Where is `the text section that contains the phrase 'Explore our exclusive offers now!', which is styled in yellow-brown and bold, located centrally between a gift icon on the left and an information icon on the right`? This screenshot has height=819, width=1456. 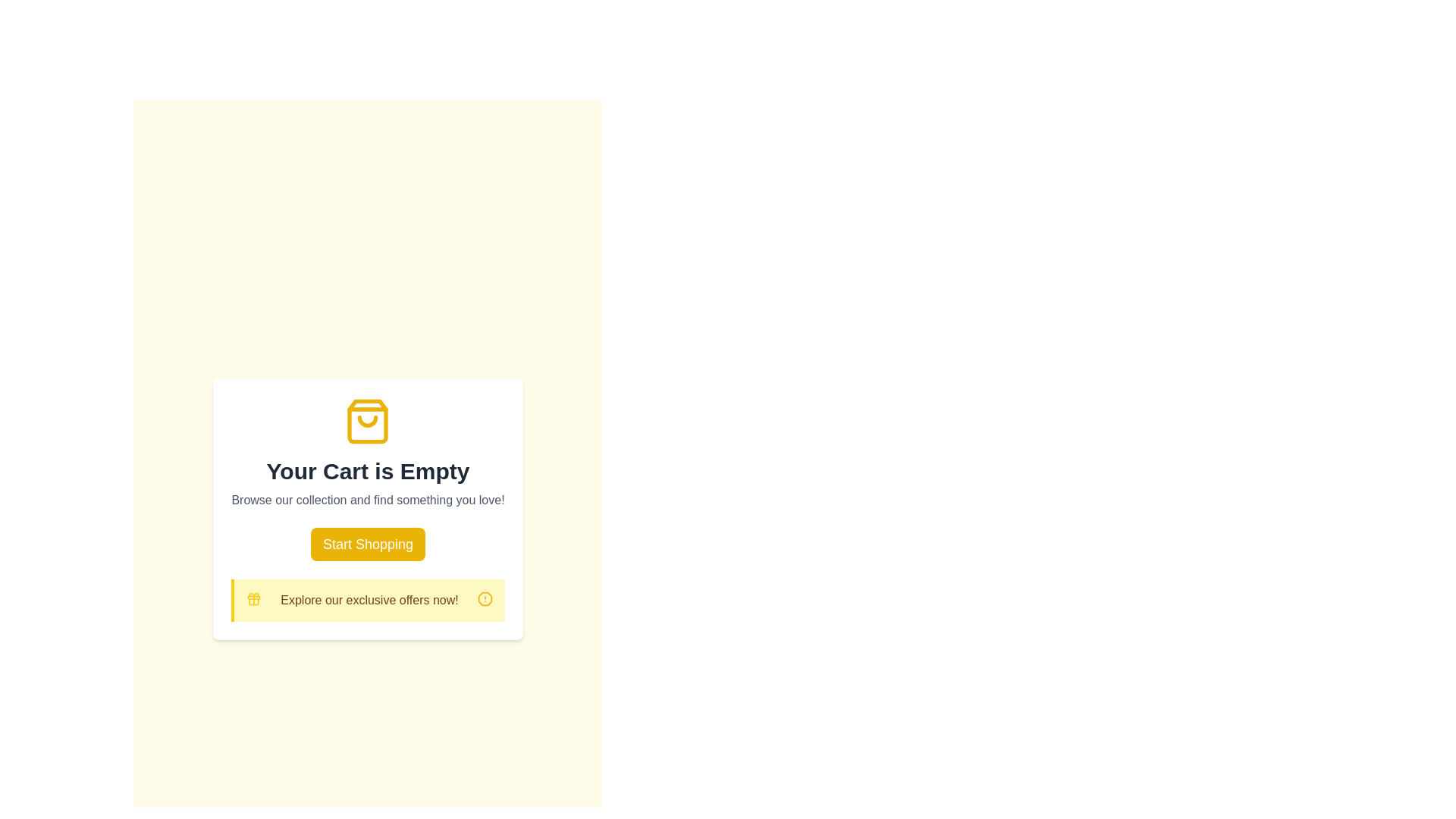 the text section that contains the phrase 'Explore our exclusive offers now!', which is styled in yellow-brown and bold, located centrally between a gift icon on the left and an information icon on the right is located at coordinates (369, 599).